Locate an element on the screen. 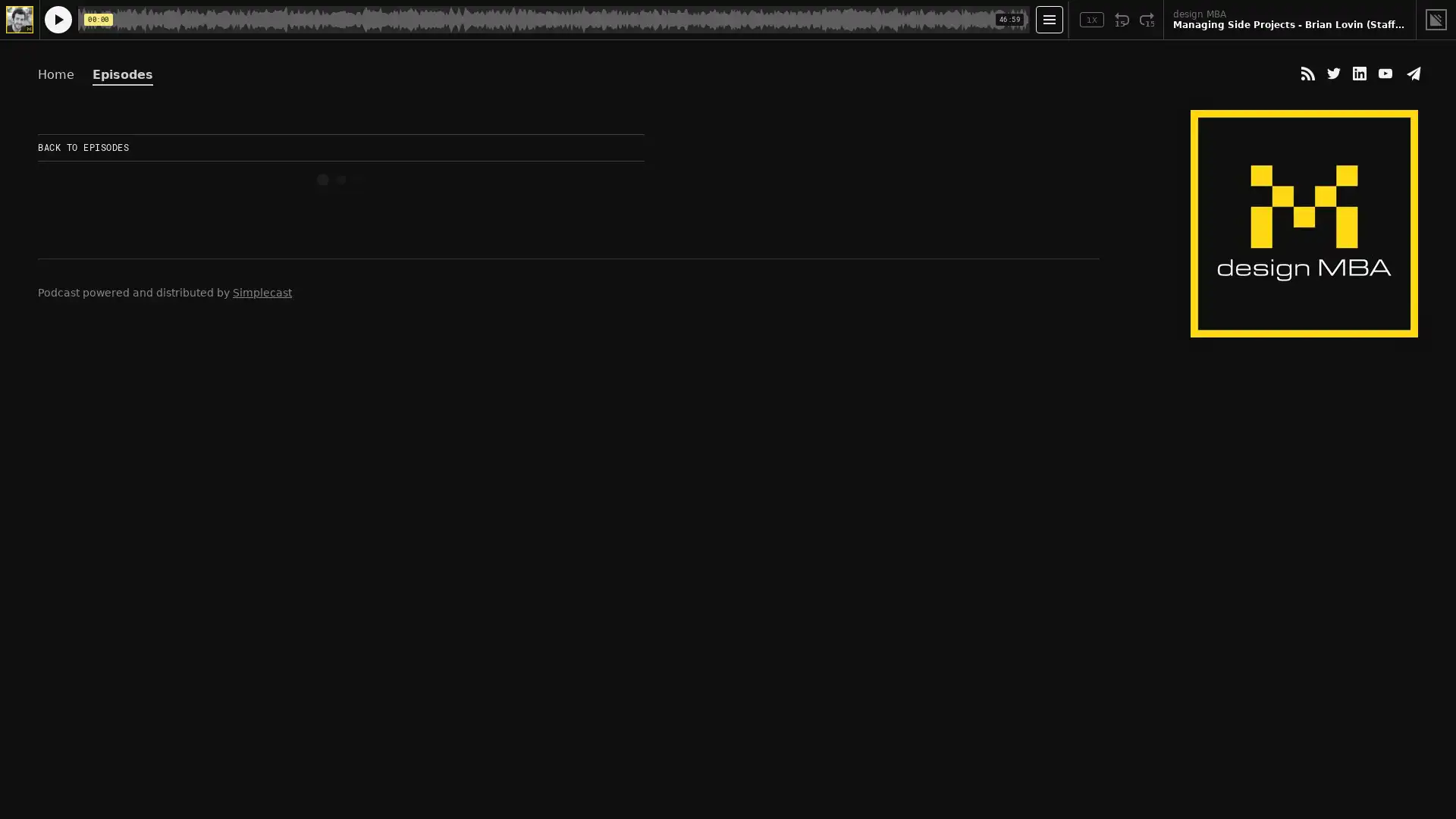 This screenshot has height=819, width=1456. Rewind 15 Seconds is located at coordinates (1122, 20).